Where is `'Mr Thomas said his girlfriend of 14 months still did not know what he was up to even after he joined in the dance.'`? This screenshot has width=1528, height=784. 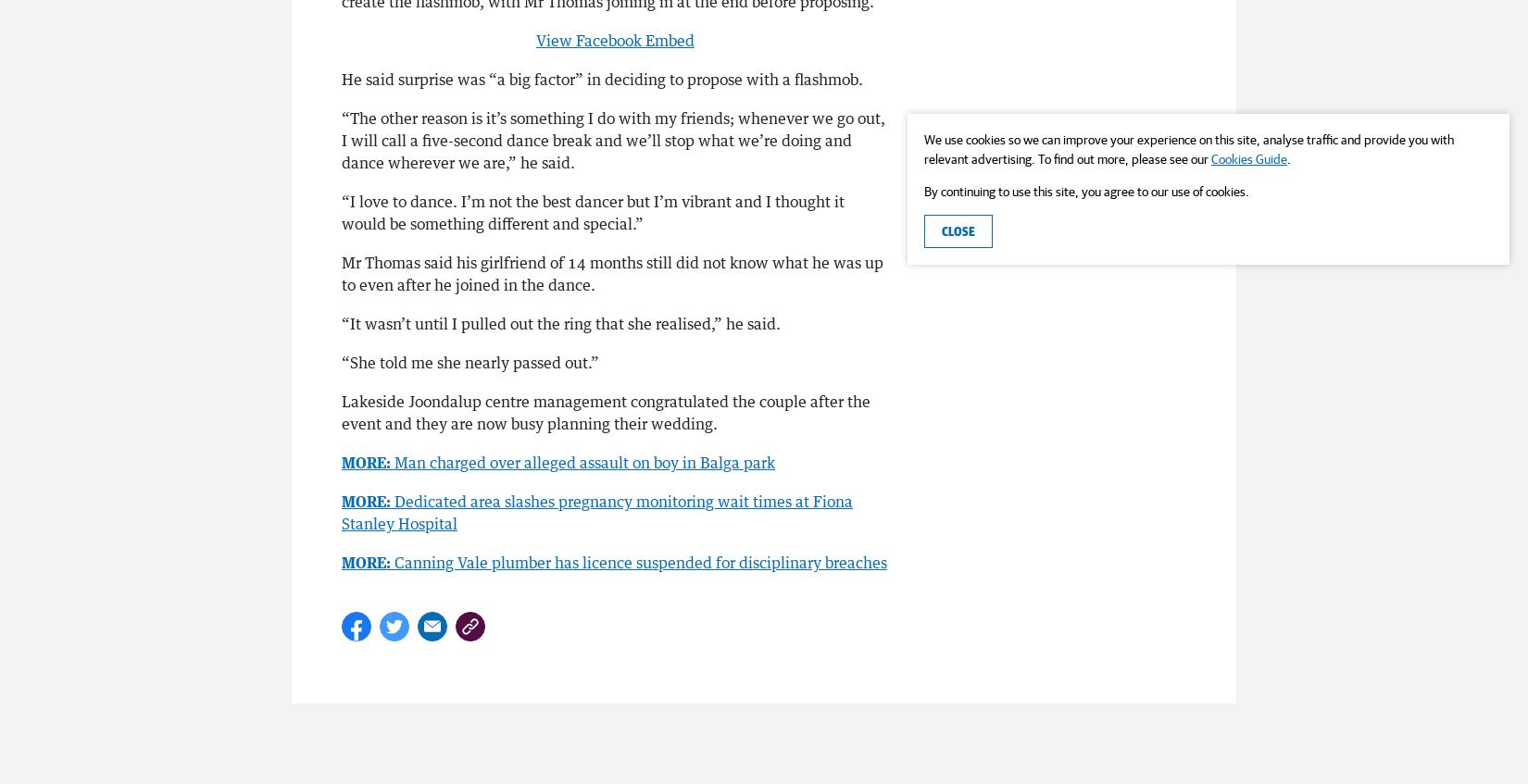
'Mr Thomas said his girlfriend of 14 months still did not know what he was up to even after he joined in the dance.' is located at coordinates (611, 270).